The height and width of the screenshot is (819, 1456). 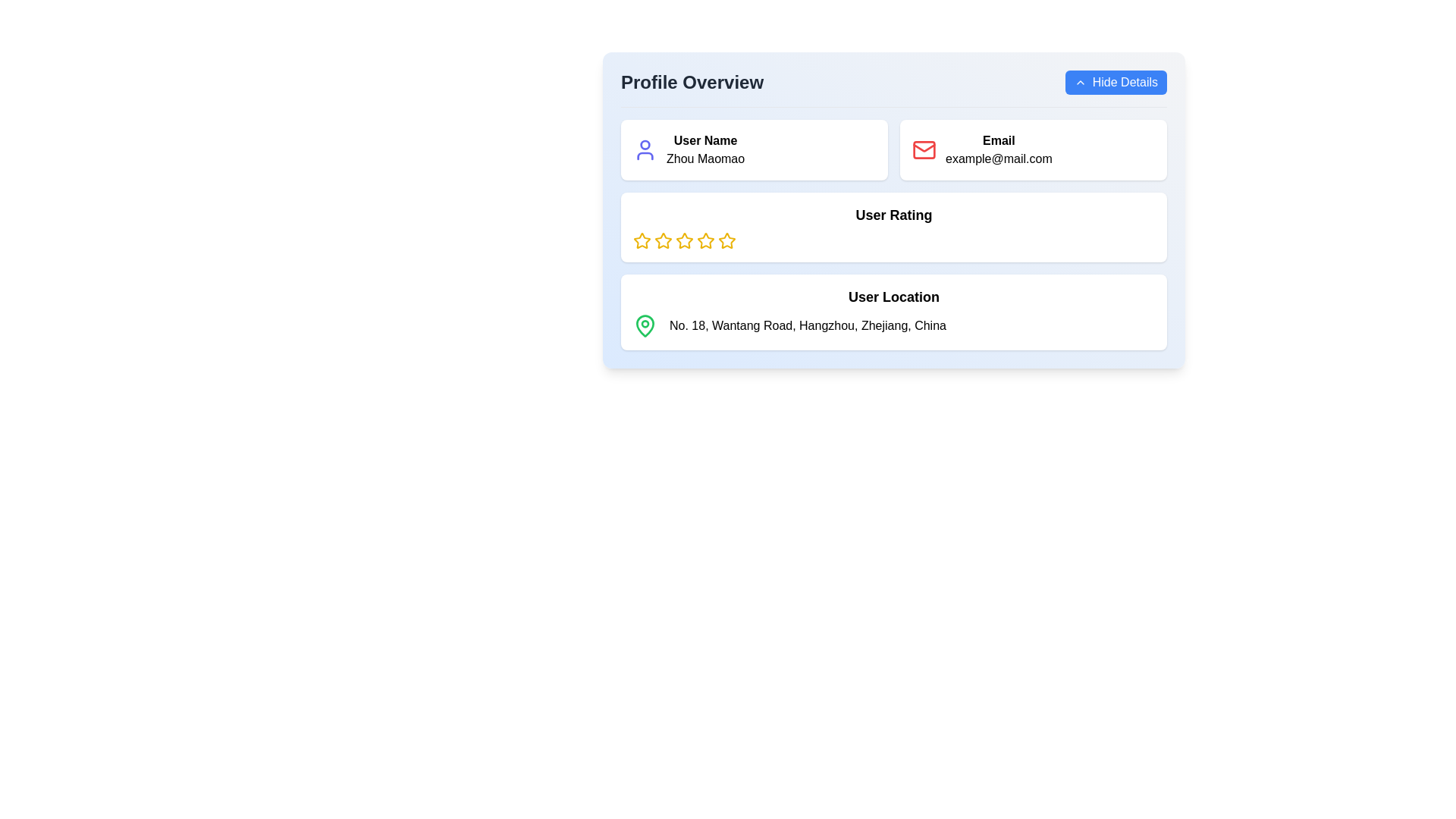 I want to click on the text label indicating 'email address' located above 'example@mail.com' in the contact information section, so click(x=999, y=140).